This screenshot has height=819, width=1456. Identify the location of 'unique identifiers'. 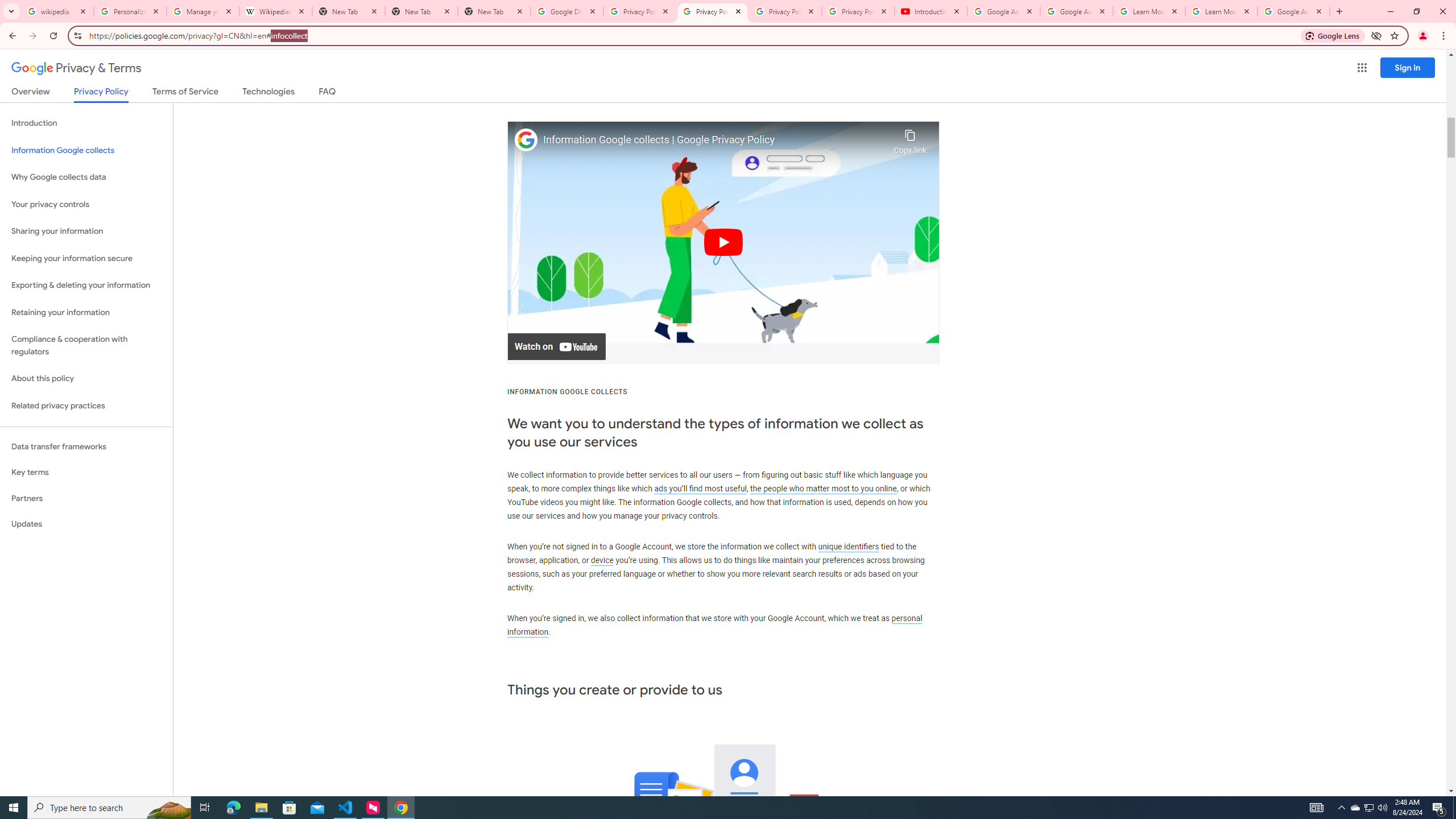
(848, 547).